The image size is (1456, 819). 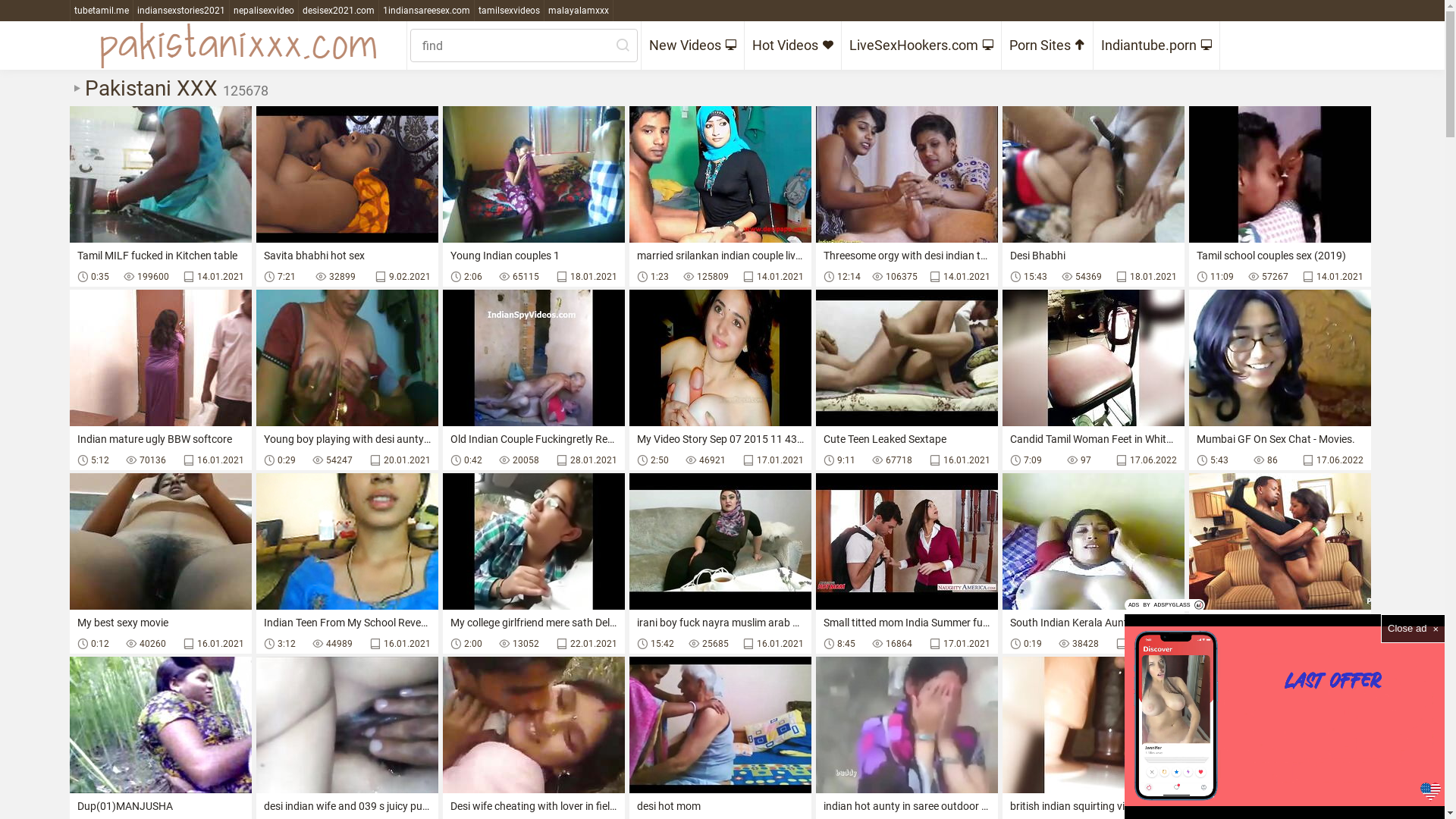 What do you see at coordinates (1046, 45) in the screenshot?
I see `'Porn Sites'` at bounding box center [1046, 45].